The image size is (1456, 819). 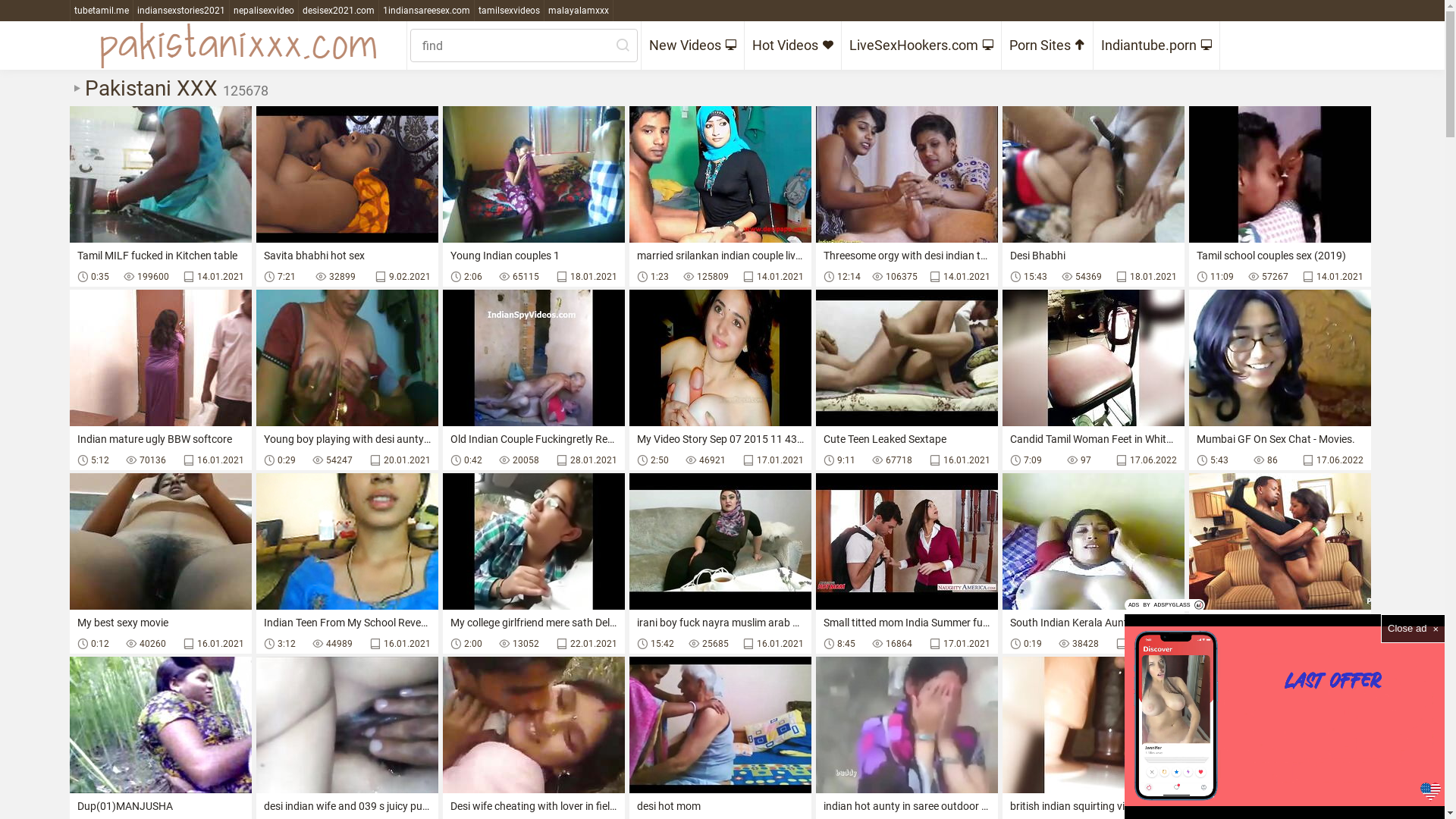 What do you see at coordinates (1046, 45) in the screenshot?
I see `'Porn Sites'` at bounding box center [1046, 45].